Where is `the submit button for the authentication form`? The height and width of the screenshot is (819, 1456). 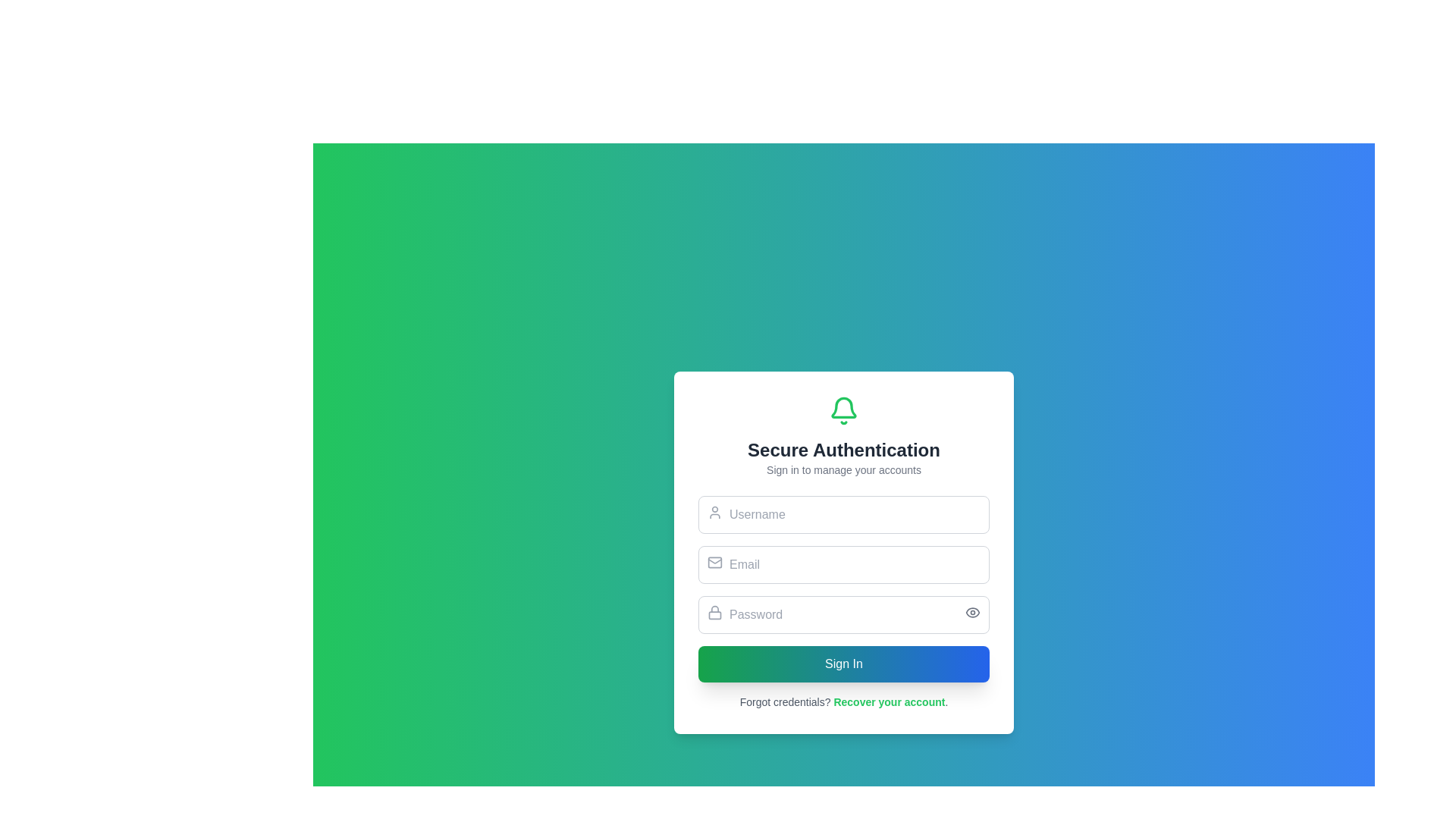 the submit button for the authentication form is located at coordinates (843, 663).